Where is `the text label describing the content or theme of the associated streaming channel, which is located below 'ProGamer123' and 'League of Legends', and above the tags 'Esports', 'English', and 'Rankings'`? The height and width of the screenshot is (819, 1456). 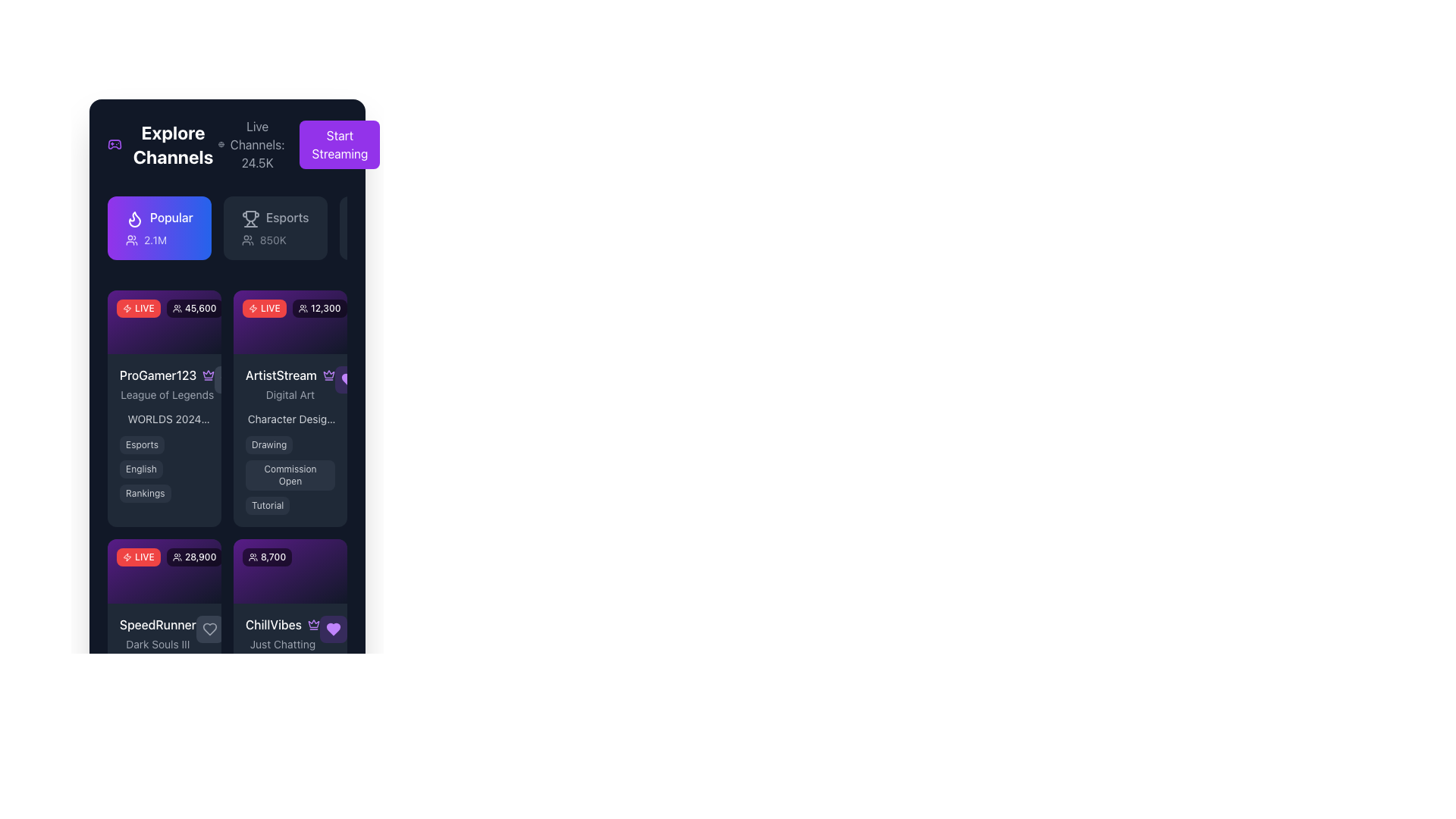 the text label describing the content or theme of the associated streaming channel, which is located below 'ProGamer123' and 'League of Legends', and above the tags 'Esports', 'English', and 'Rankings' is located at coordinates (164, 419).